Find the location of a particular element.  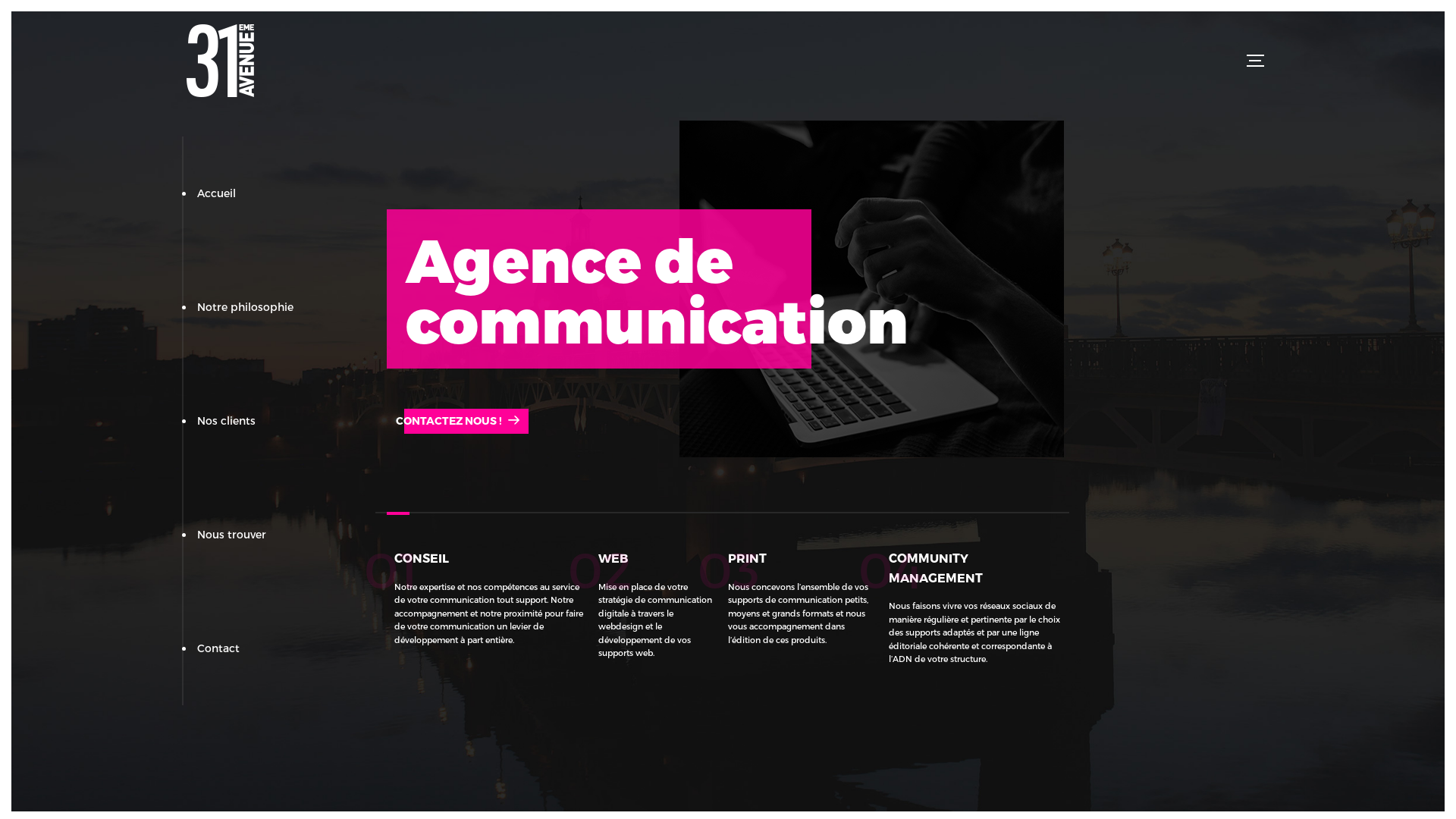

'CONTACTEZ NOUS !' is located at coordinates (386, 420).